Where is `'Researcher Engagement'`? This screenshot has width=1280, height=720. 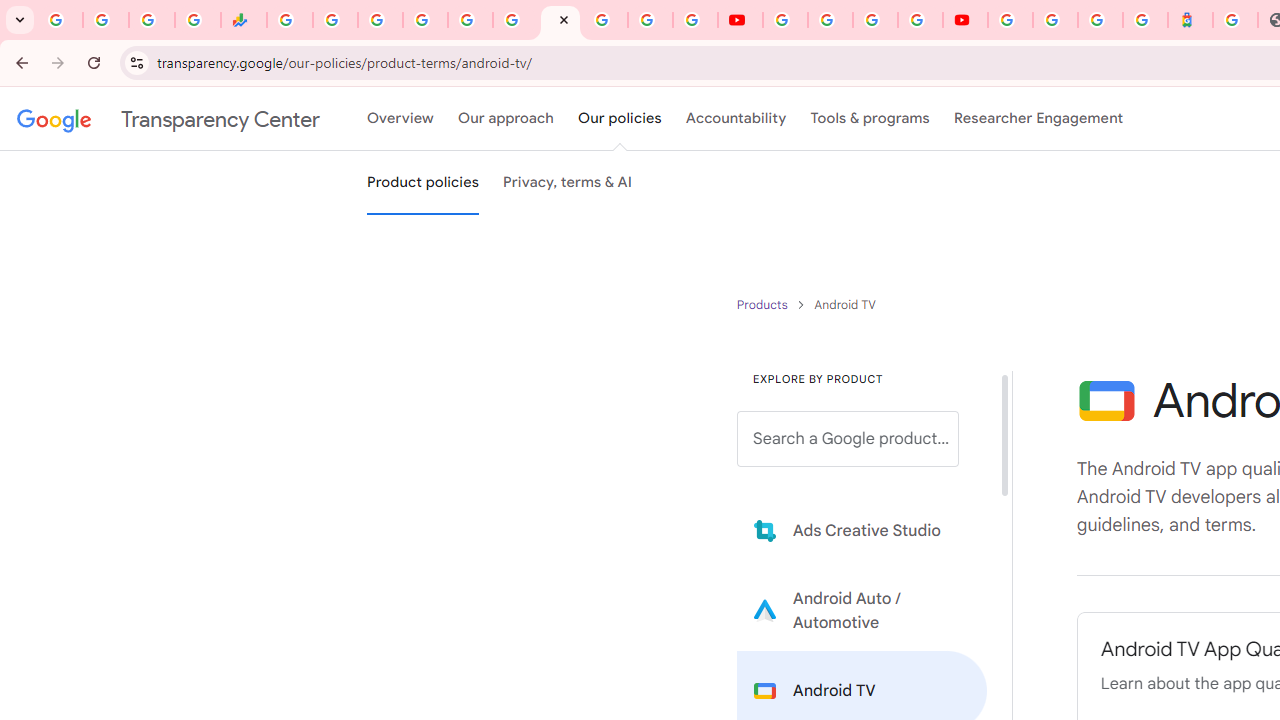
'Researcher Engagement' is located at coordinates (1038, 119).